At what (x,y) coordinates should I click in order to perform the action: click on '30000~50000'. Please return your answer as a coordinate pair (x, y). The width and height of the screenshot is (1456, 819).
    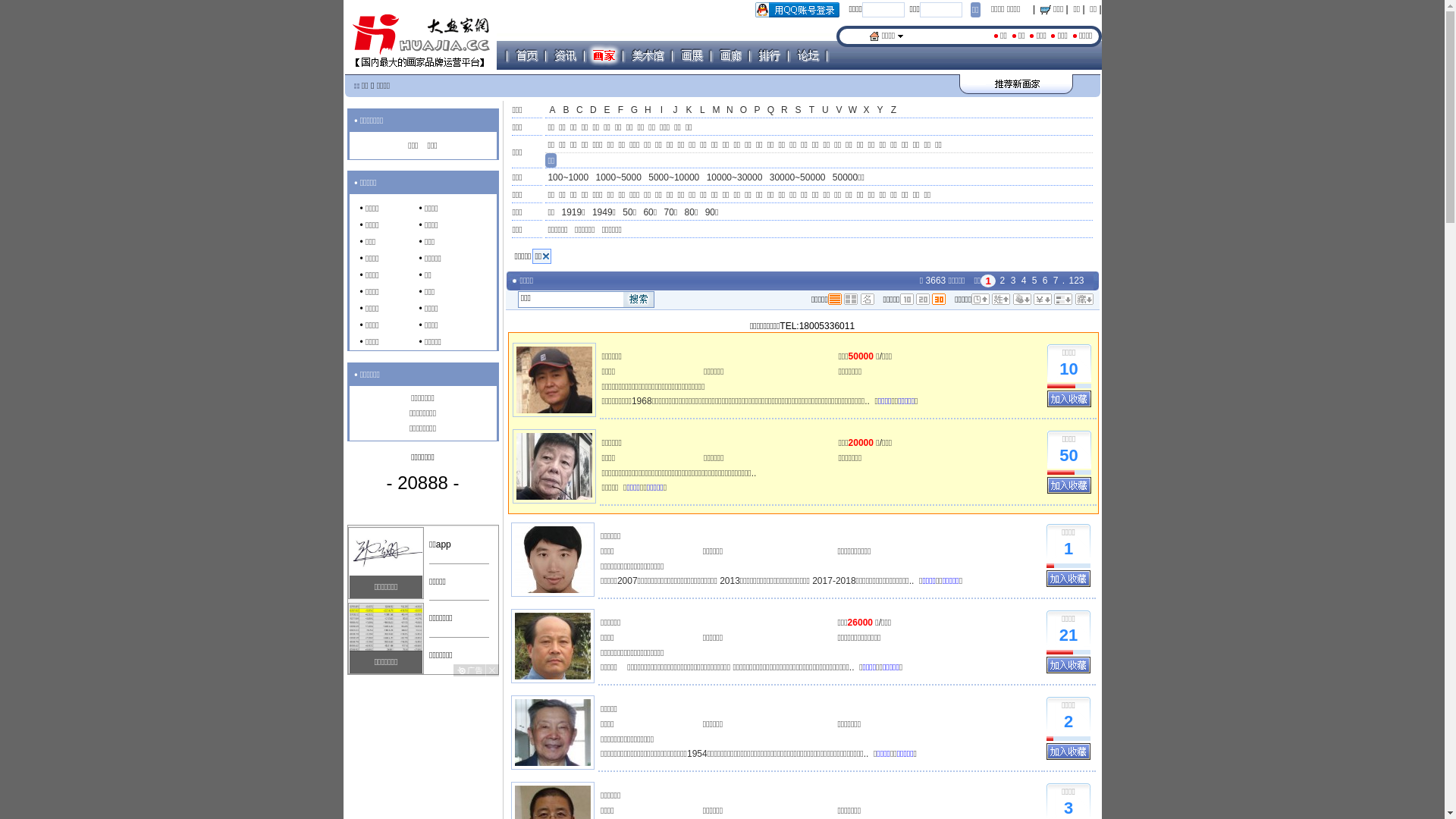
    Looking at the image, I should click on (796, 177).